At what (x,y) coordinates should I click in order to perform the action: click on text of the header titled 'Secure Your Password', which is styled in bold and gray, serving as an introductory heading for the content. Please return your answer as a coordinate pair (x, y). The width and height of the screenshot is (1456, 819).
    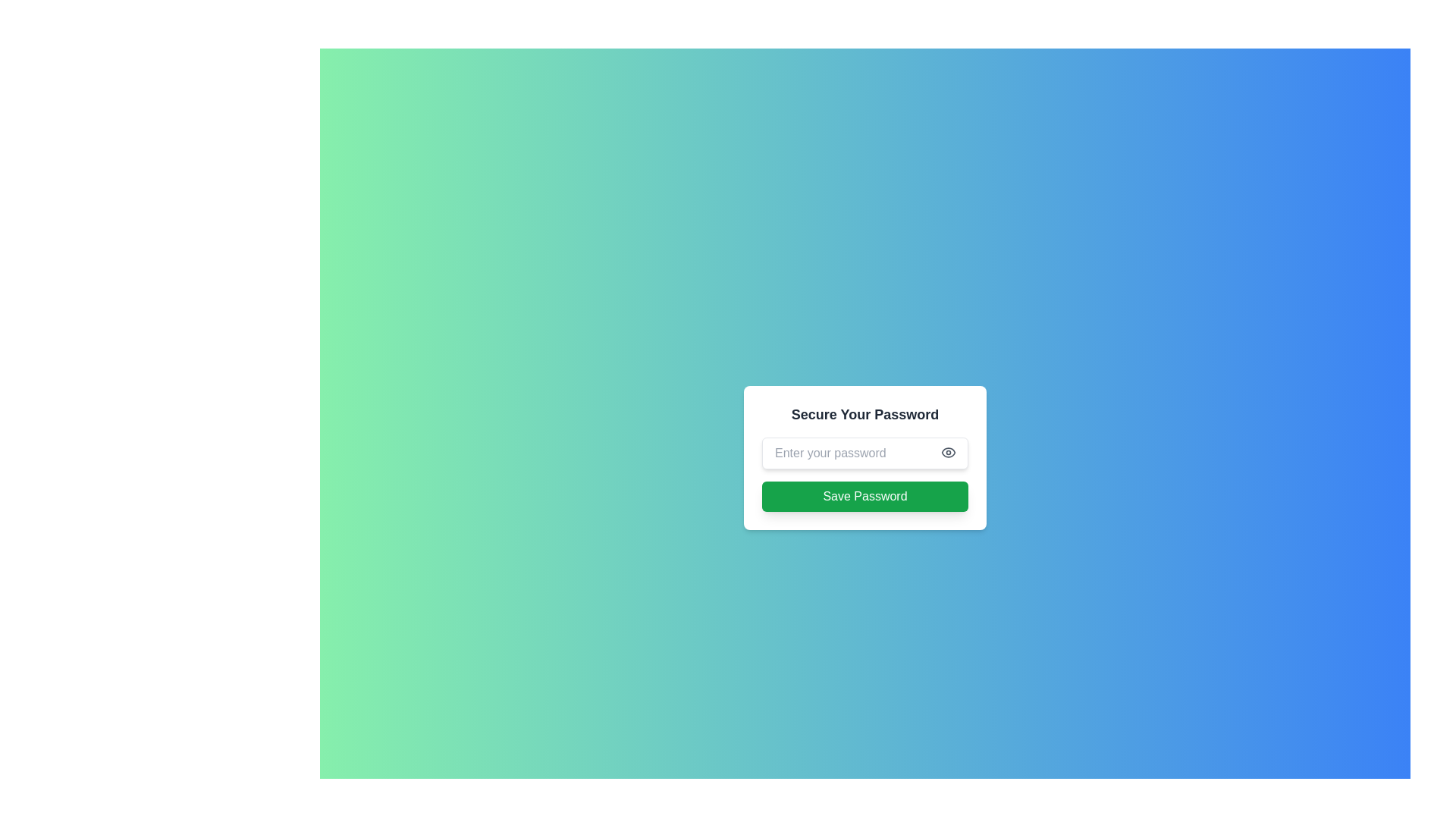
    Looking at the image, I should click on (865, 415).